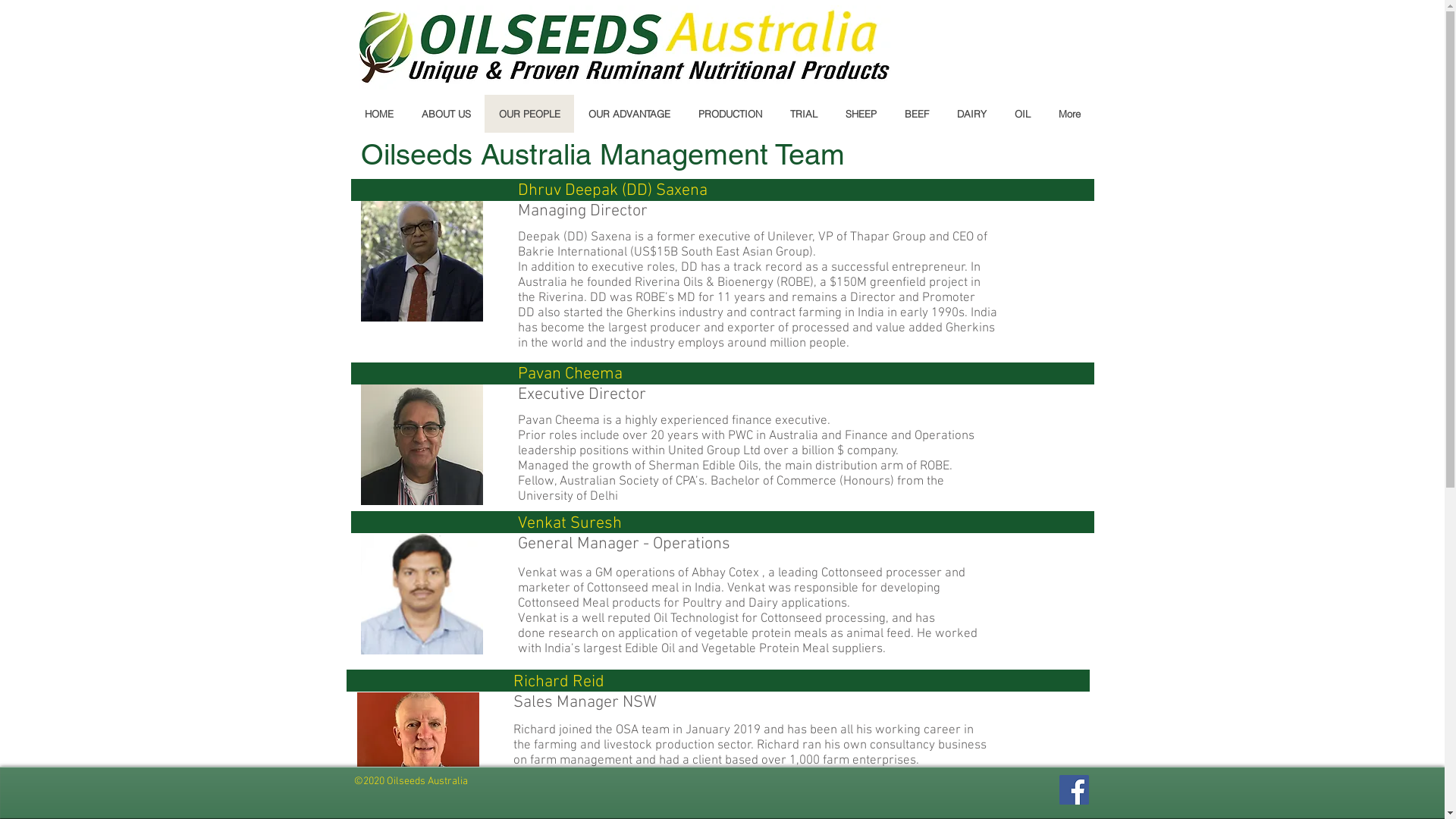  Describe the element at coordinates (730, 113) in the screenshot. I see `'PRODUCTION'` at that location.